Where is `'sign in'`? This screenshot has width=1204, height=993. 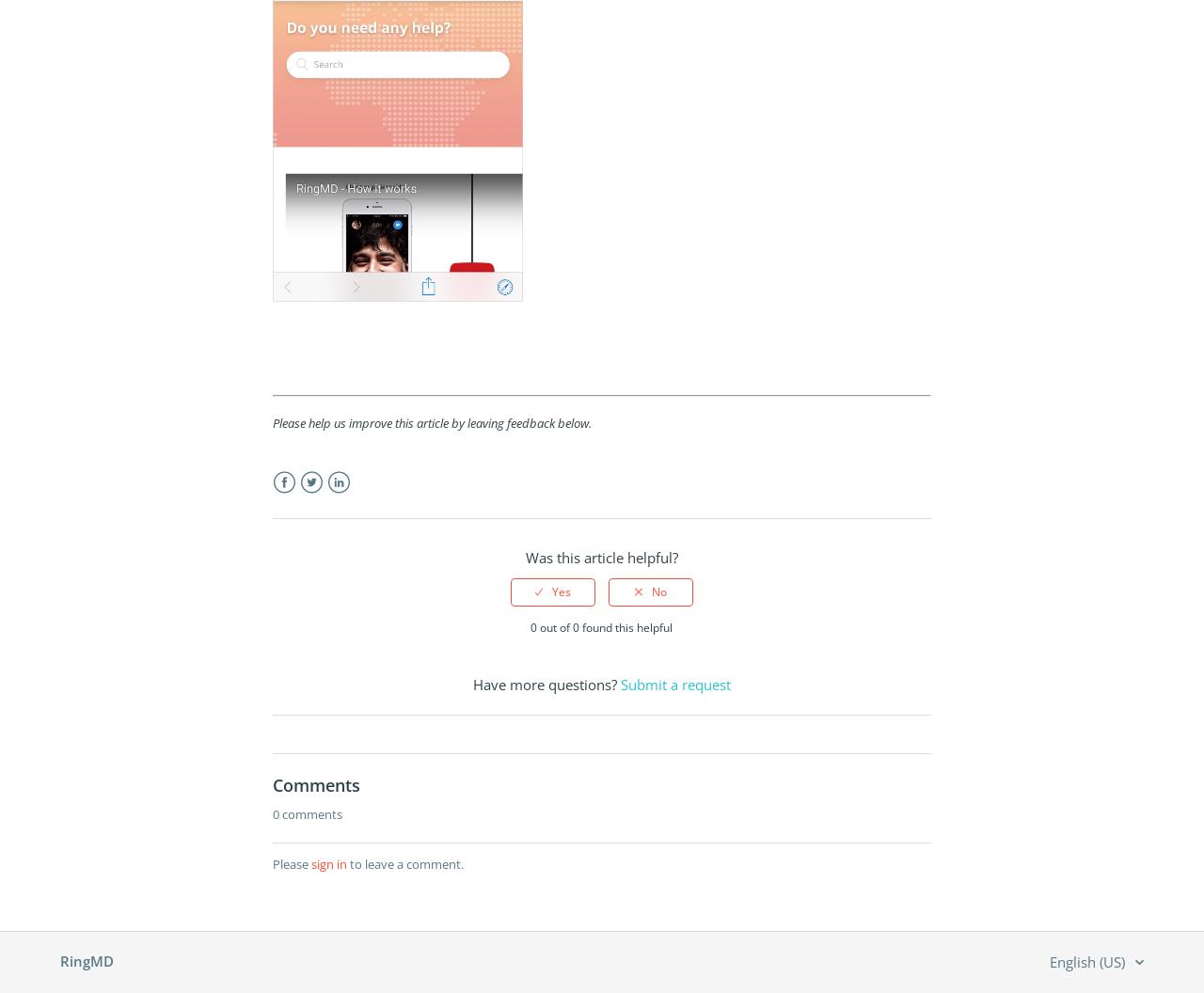 'sign in' is located at coordinates (328, 863).